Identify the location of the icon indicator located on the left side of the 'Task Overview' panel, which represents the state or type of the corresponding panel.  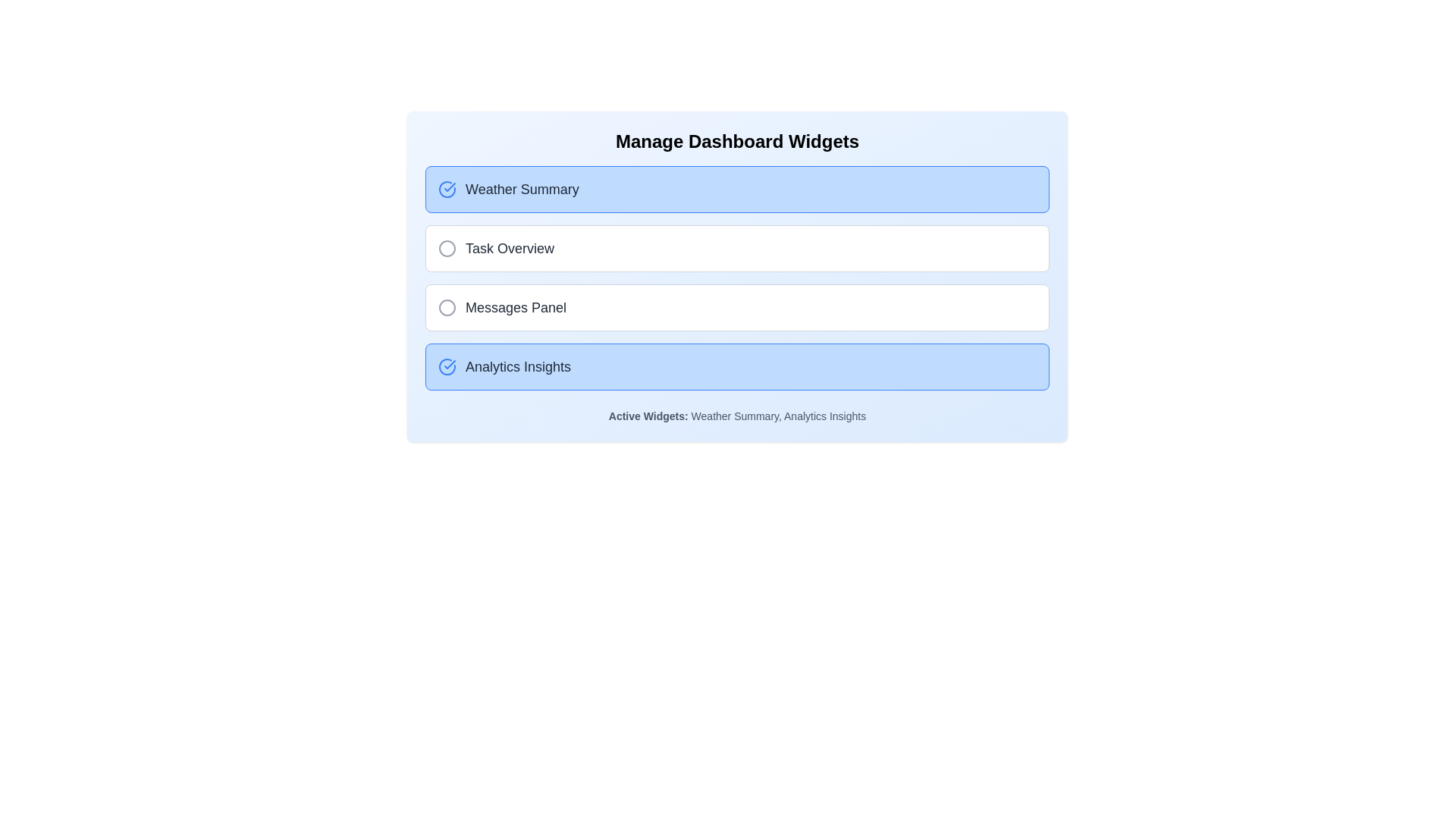
(447, 247).